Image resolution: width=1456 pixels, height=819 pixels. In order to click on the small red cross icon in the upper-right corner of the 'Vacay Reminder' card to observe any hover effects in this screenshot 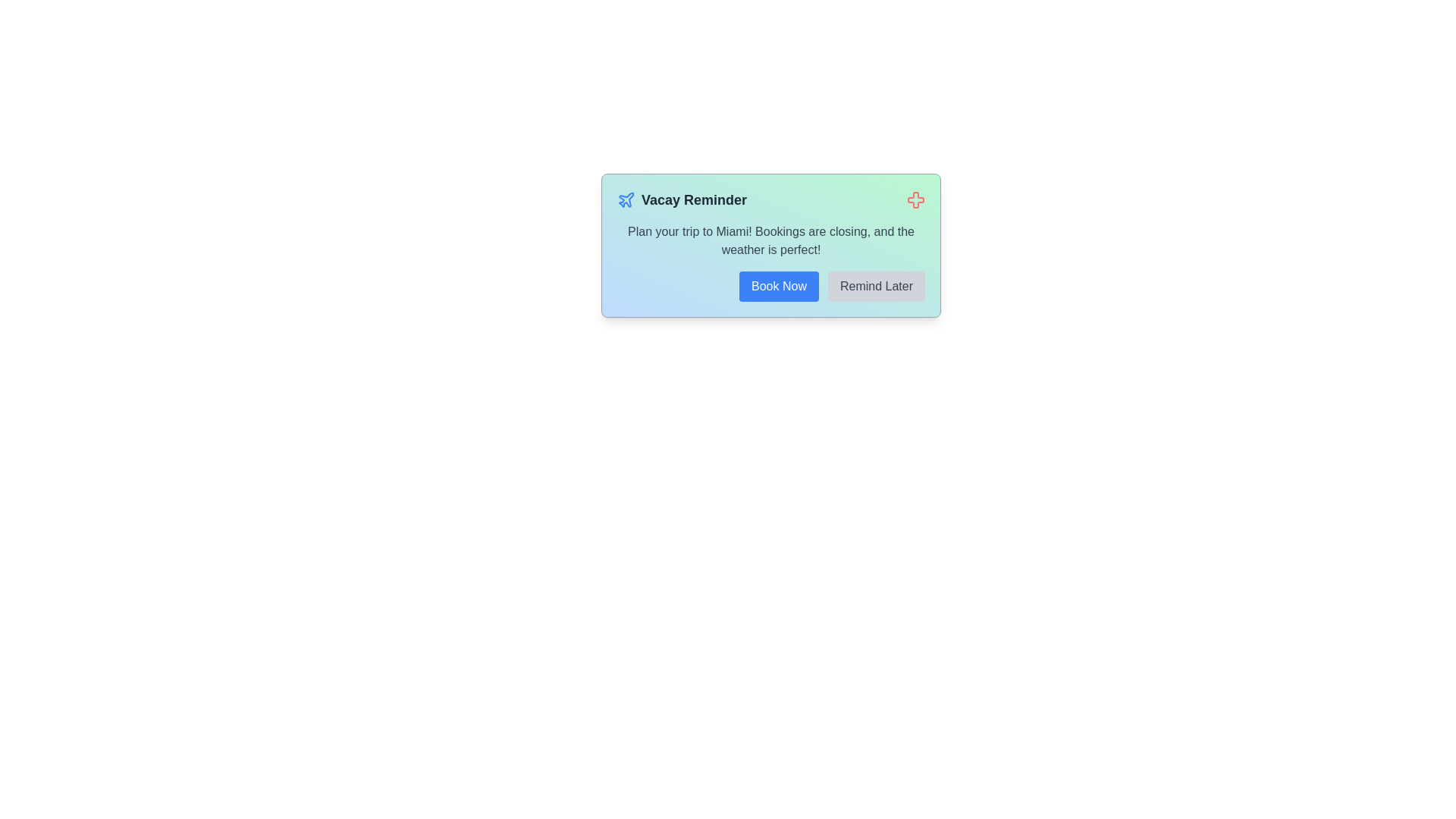, I will do `click(915, 199)`.